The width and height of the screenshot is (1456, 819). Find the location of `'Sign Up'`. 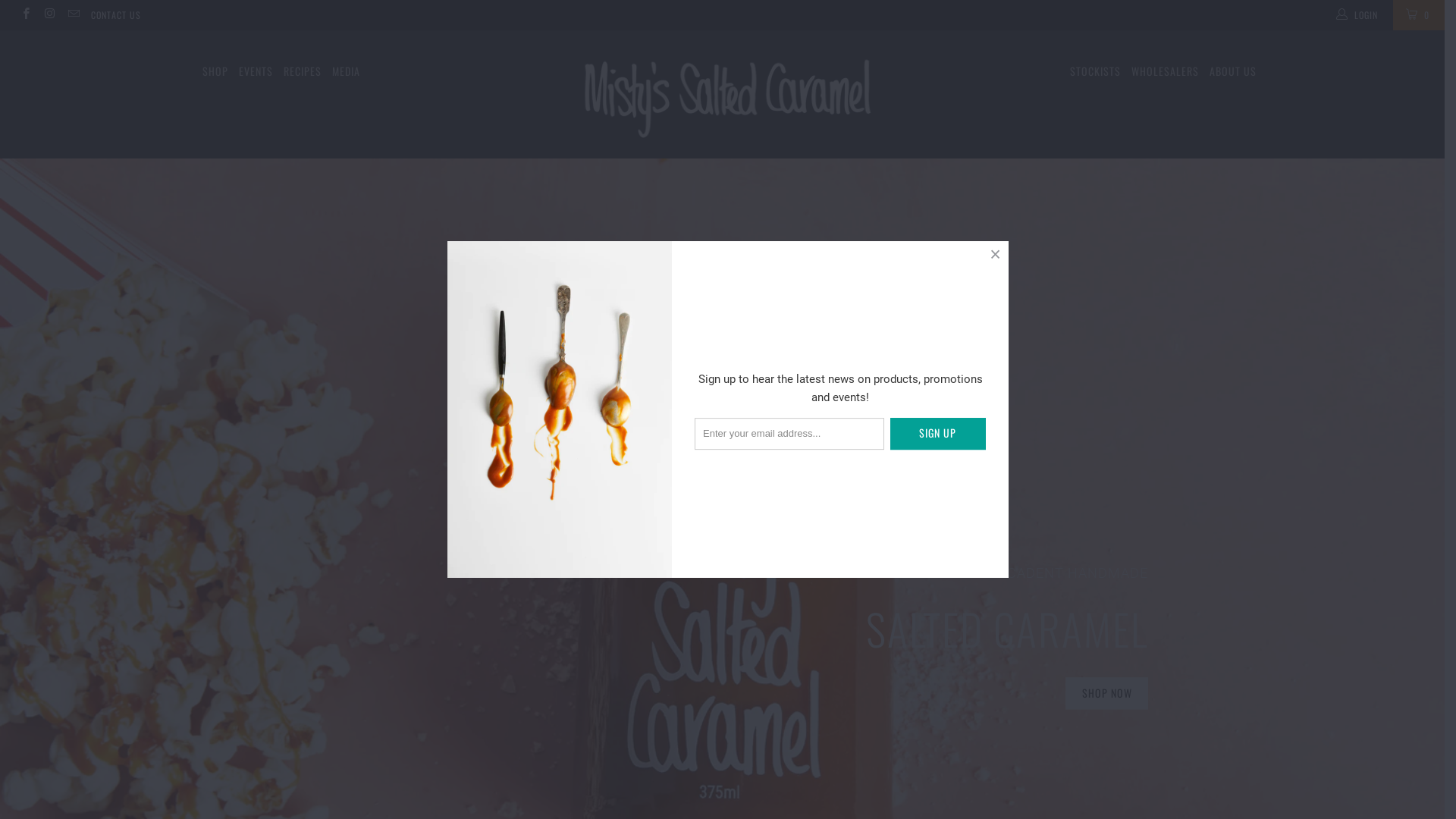

'Sign Up' is located at coordinates (937, 433).